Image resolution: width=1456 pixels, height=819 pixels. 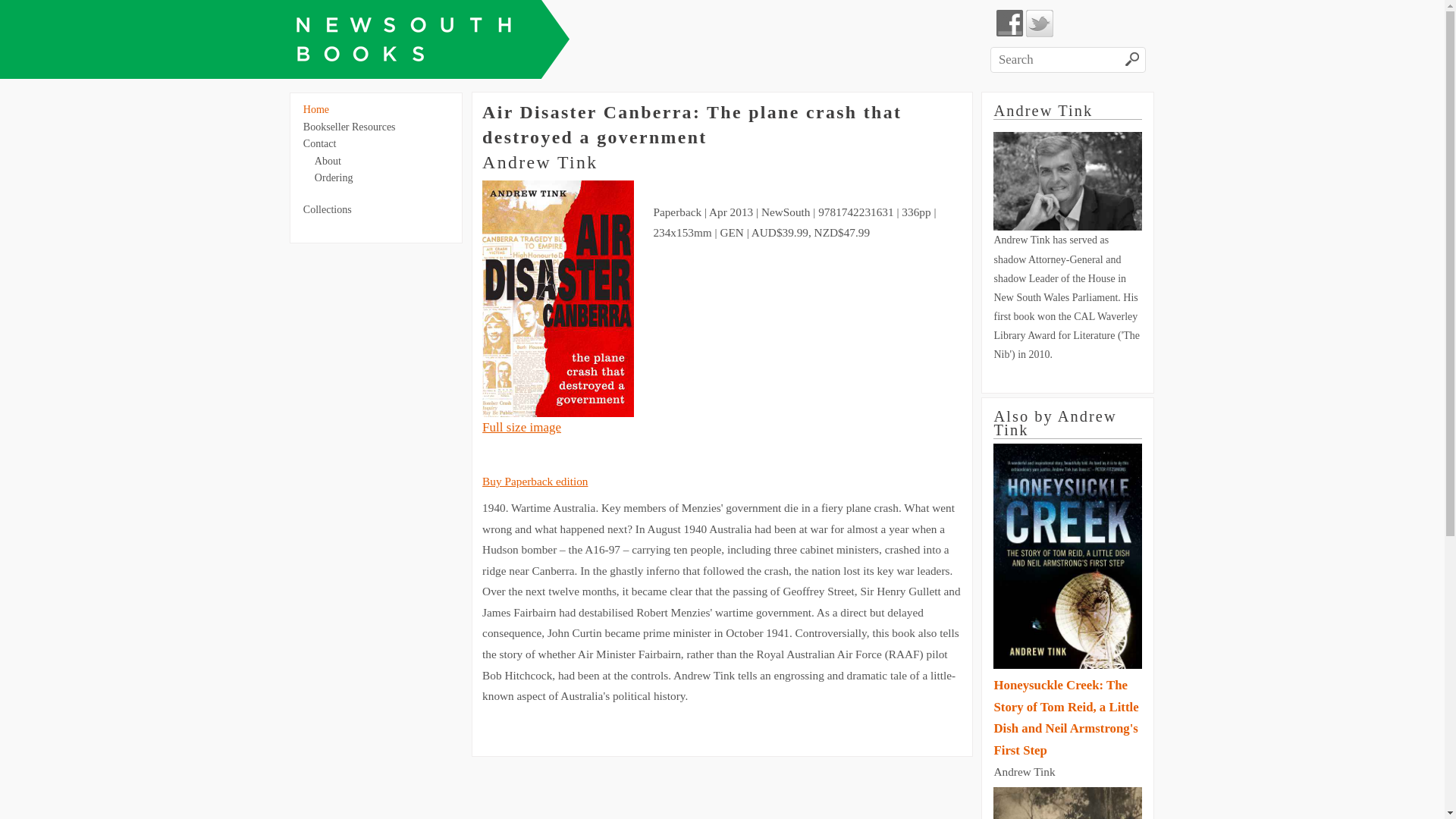 What do you see at coordinates (319, 143) in the screenshot?
I see `'Contact'` at bounding box center [319, 143].